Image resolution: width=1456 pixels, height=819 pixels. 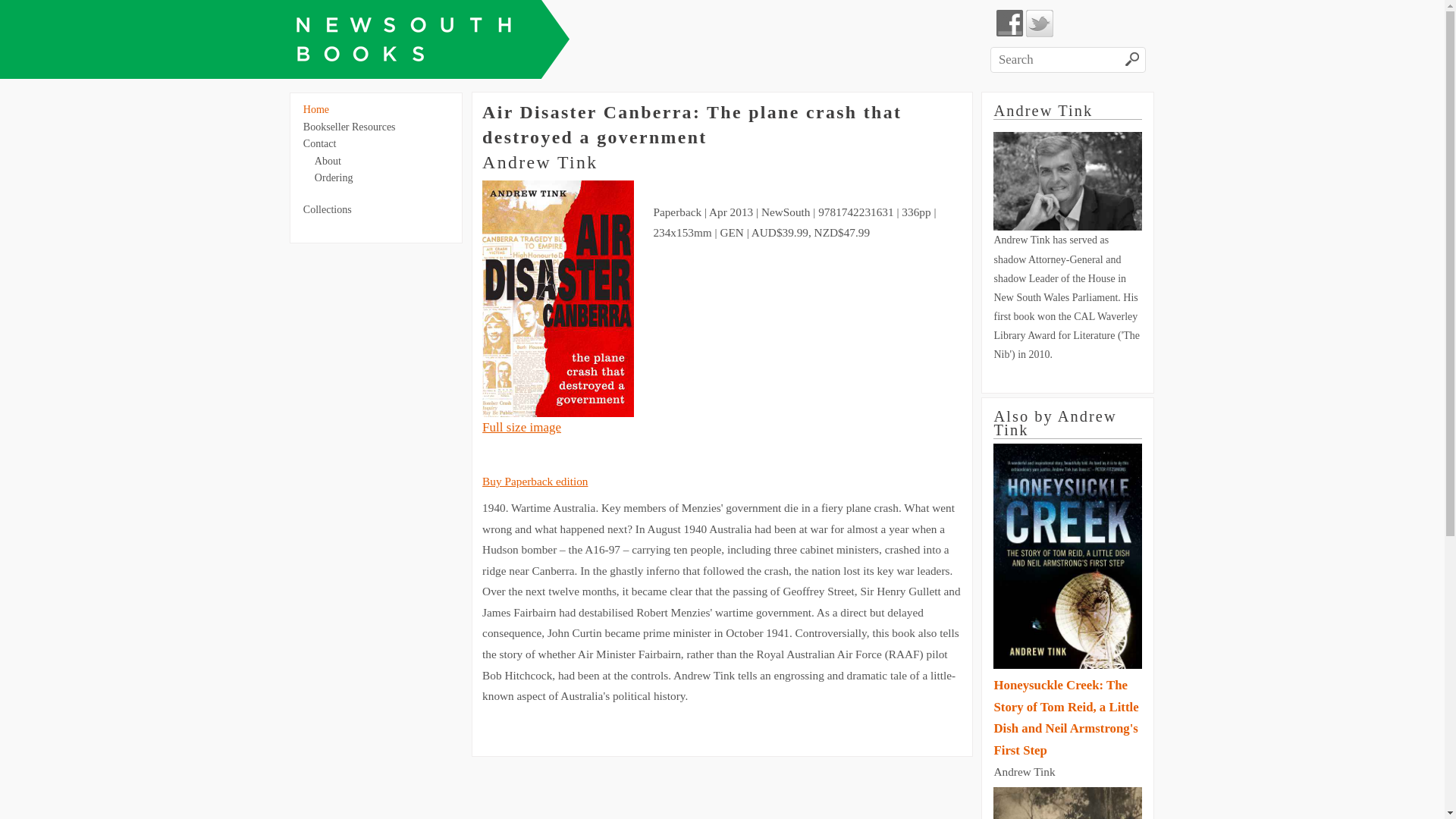 What do you see at coordinates (319, 143) in the screenshot?
I see `'Contact'` at bounding box center [319, 143].